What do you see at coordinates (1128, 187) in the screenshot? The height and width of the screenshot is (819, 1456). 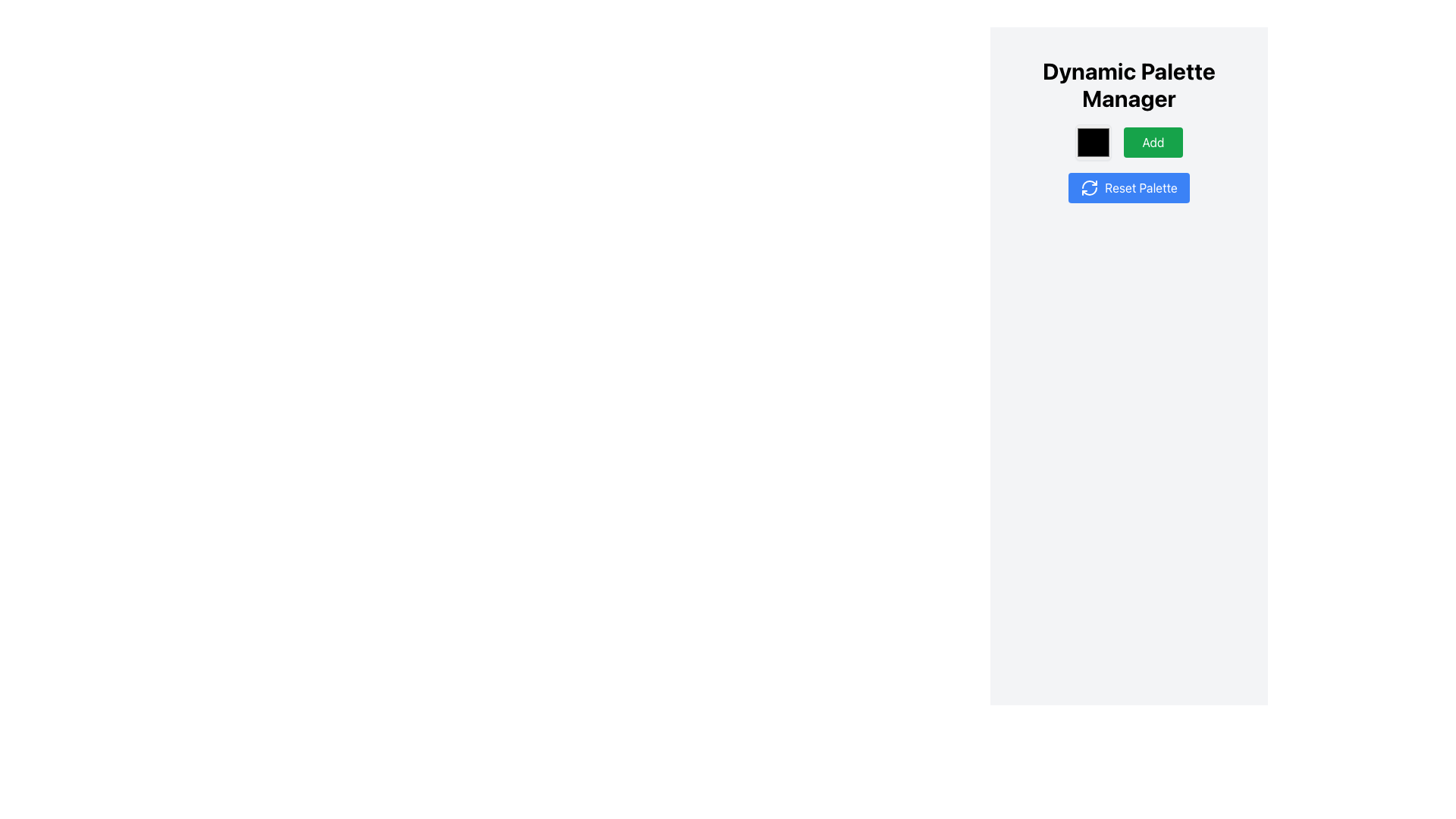 I see `the 'Reset Palette' button, which is styled with a blue background and white text, located beneath the 'Add' button in the 'Dynamic Palette Manager'` at bounding box center [1128, 187].